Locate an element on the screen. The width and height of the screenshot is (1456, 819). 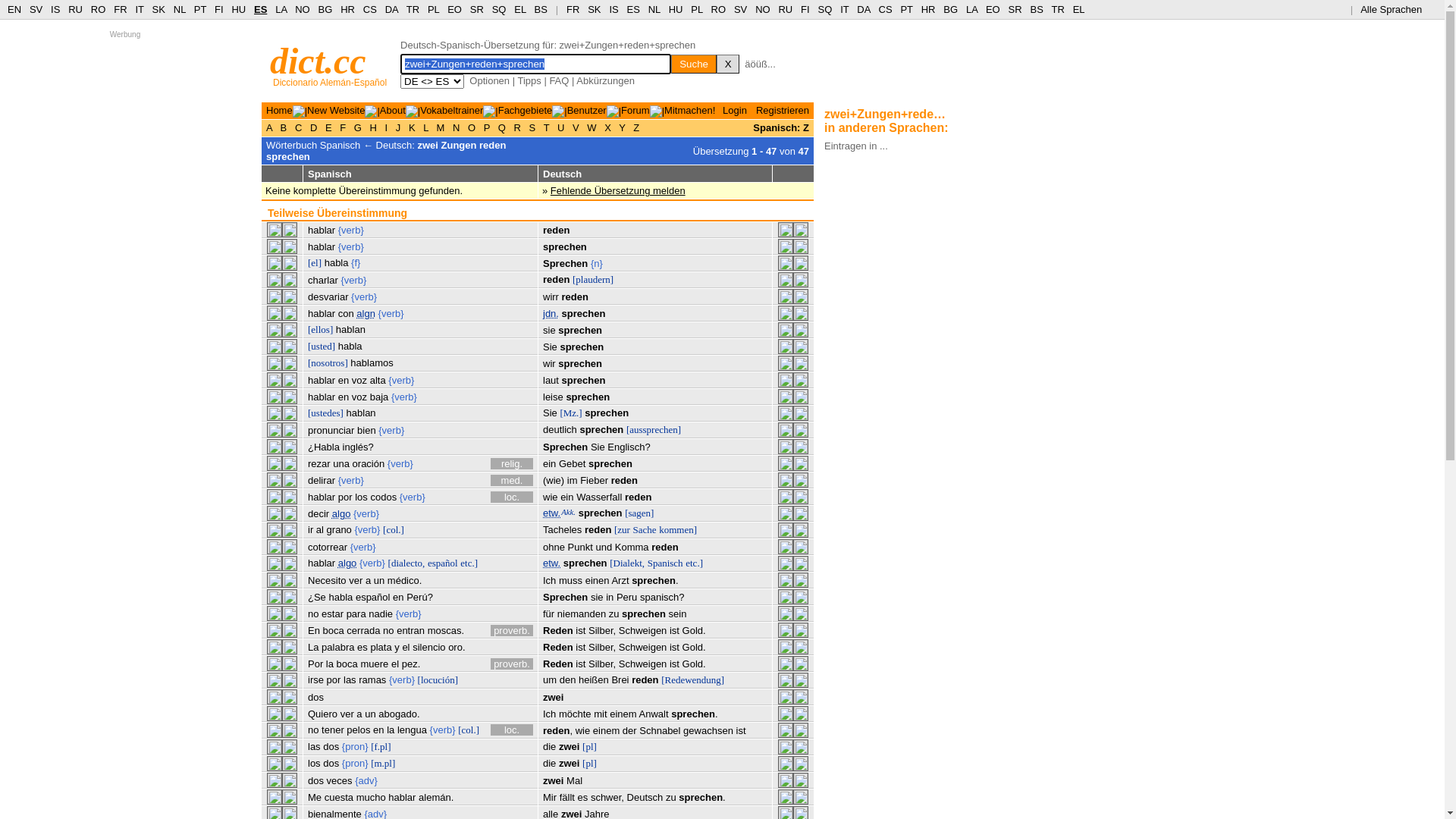
'I' is located at coordinates (382, 127).